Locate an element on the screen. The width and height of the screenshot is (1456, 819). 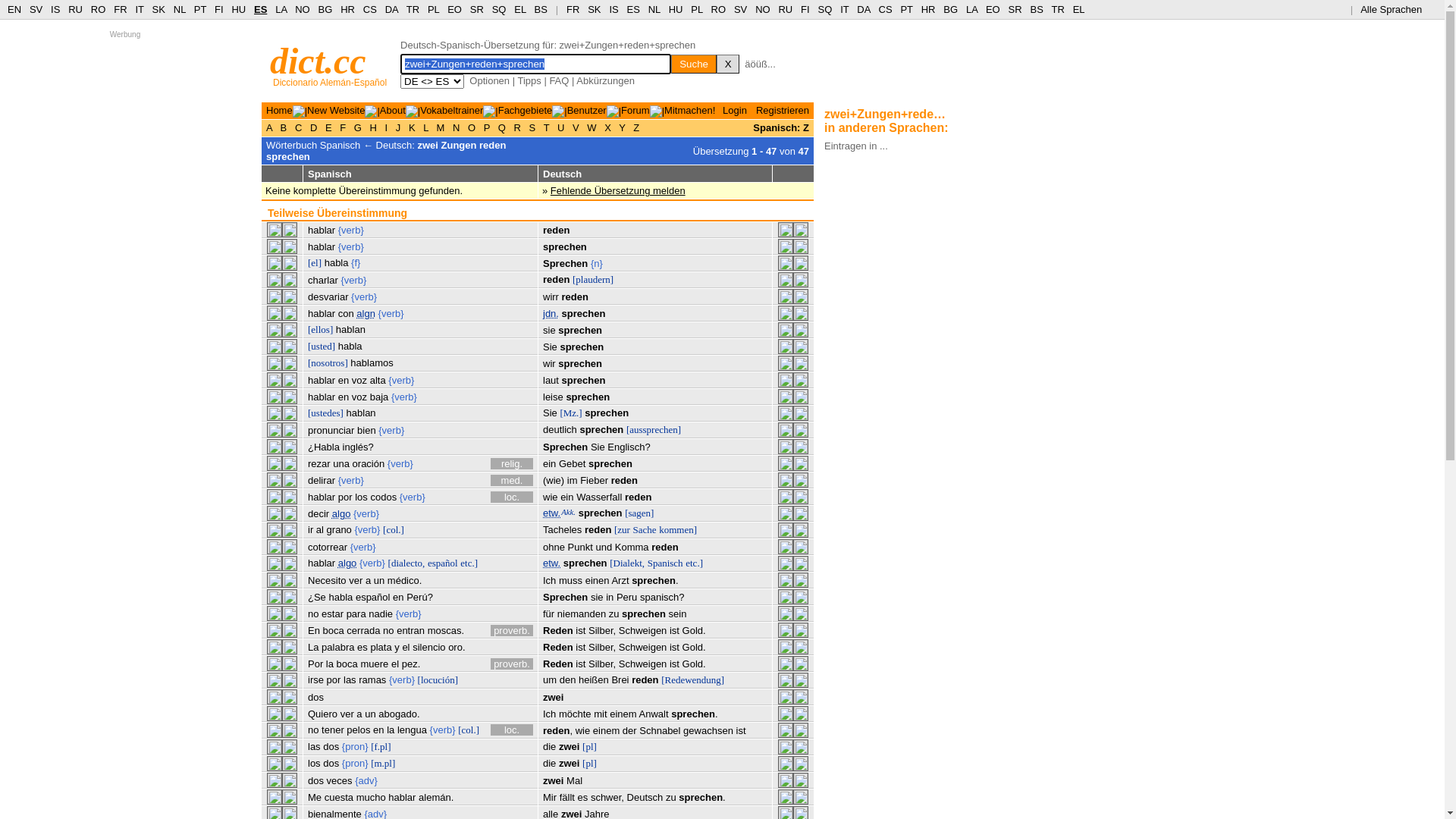
'I' is located at coordinates (382, 127).